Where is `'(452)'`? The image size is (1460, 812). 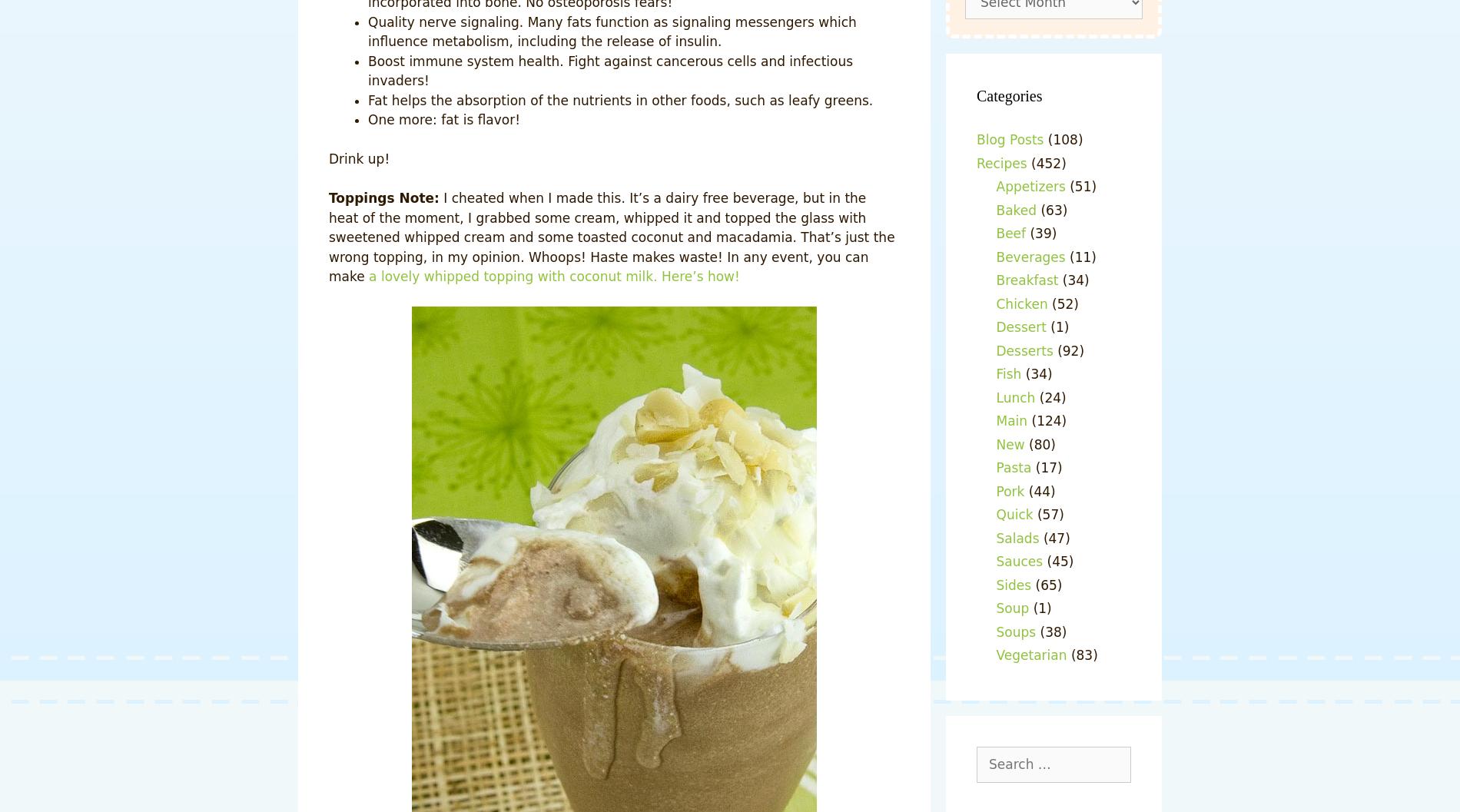 '(452)' is located at coordinates (1026, 163).